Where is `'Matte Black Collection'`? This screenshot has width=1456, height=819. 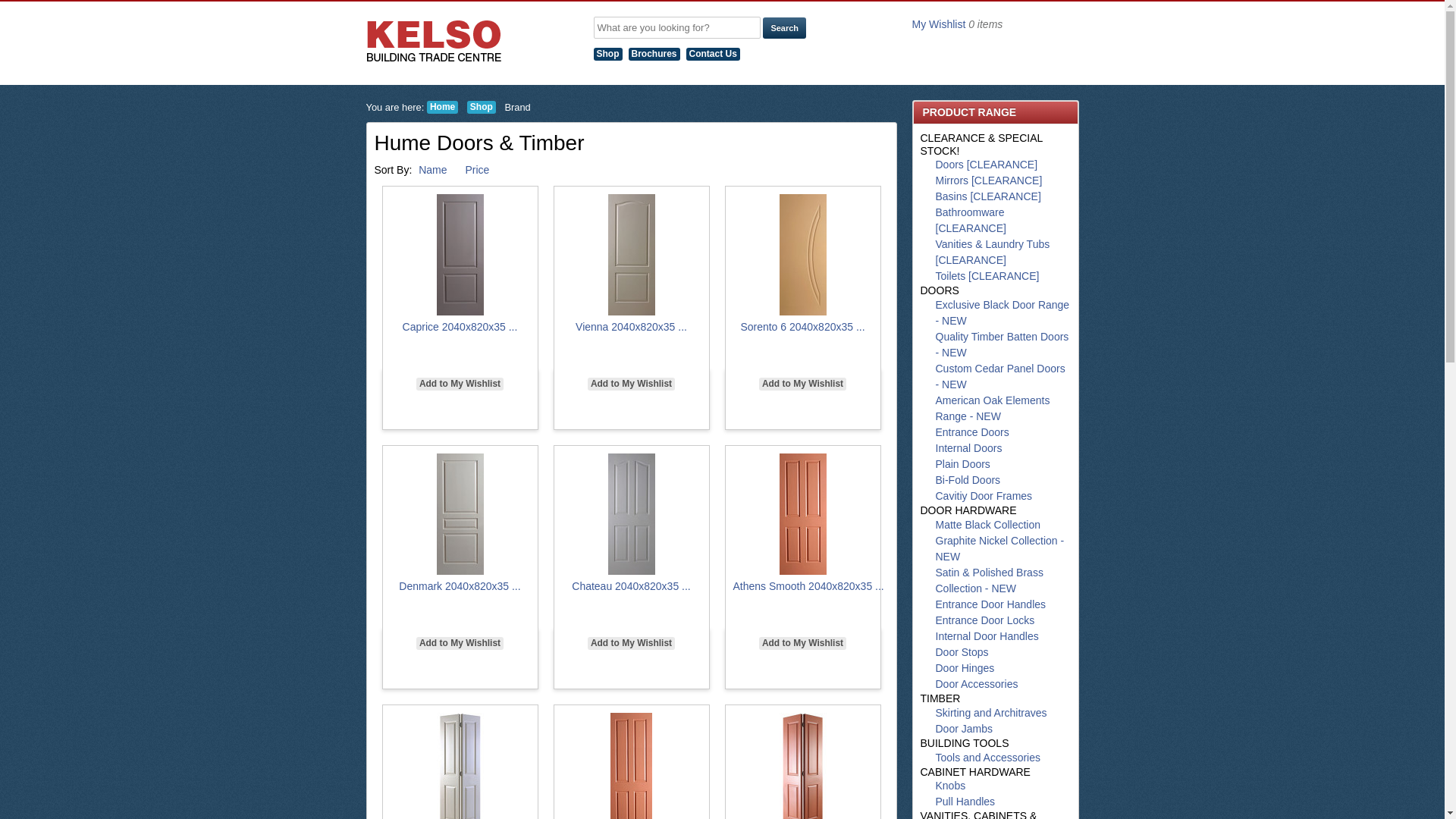 'Matte Black Collection' is located at coordinates (988, 523).